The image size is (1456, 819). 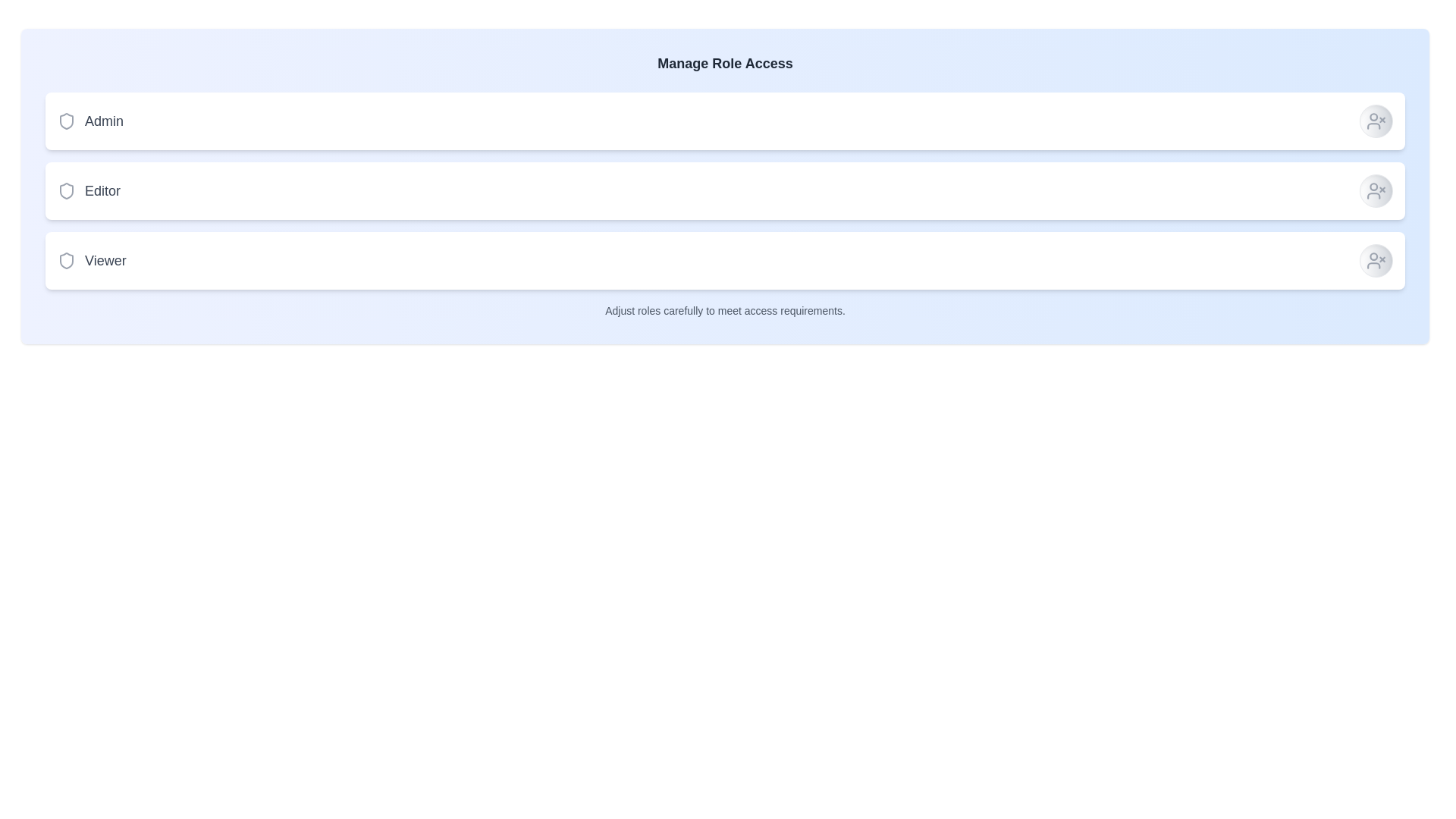 What do you see at coordinates (88, 190) in the screenshot?
I see `the label with the shield-shaped icon and the text 'Editor', which is styled with a light gray icon and bold gray text, located in the middle section of the vertical list of role titles` at bounding box center [88, 190].